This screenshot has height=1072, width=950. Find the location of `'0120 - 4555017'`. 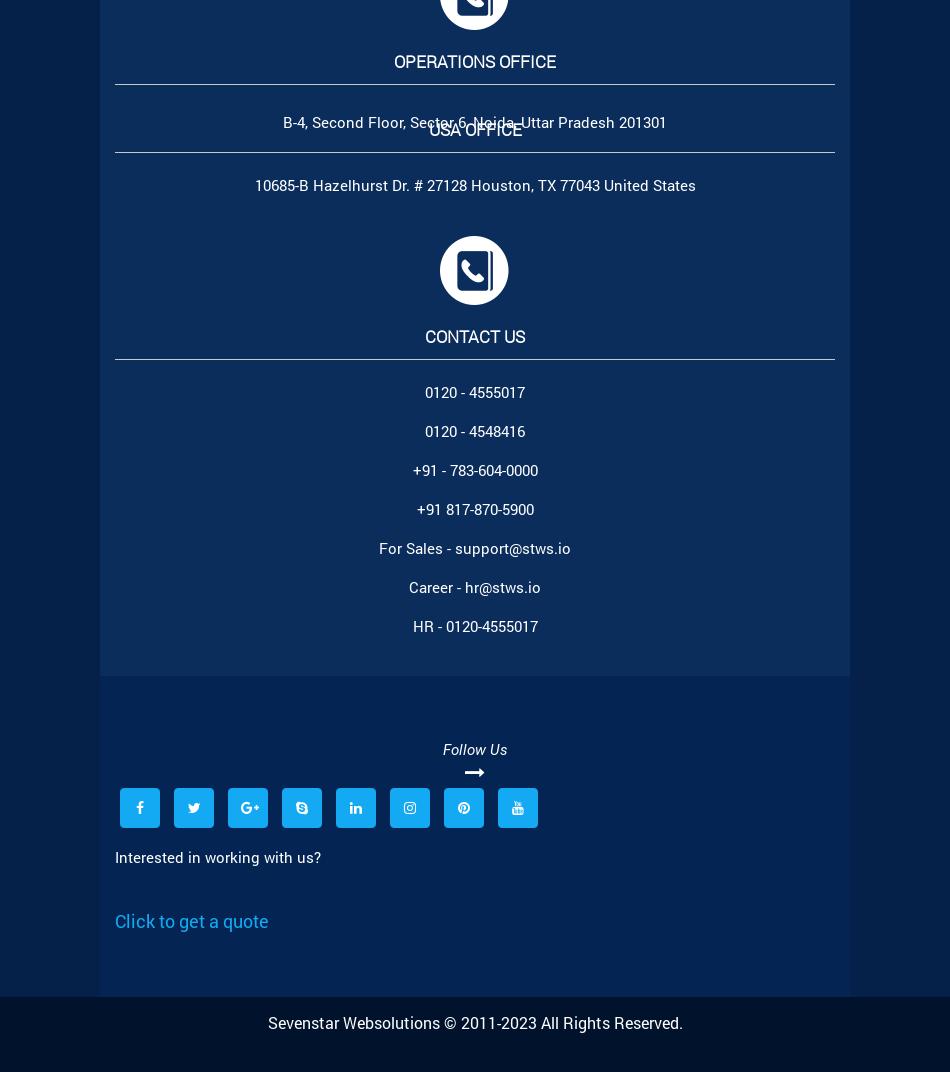

'0120 - 4555017' is located at coordinates (475, 392).